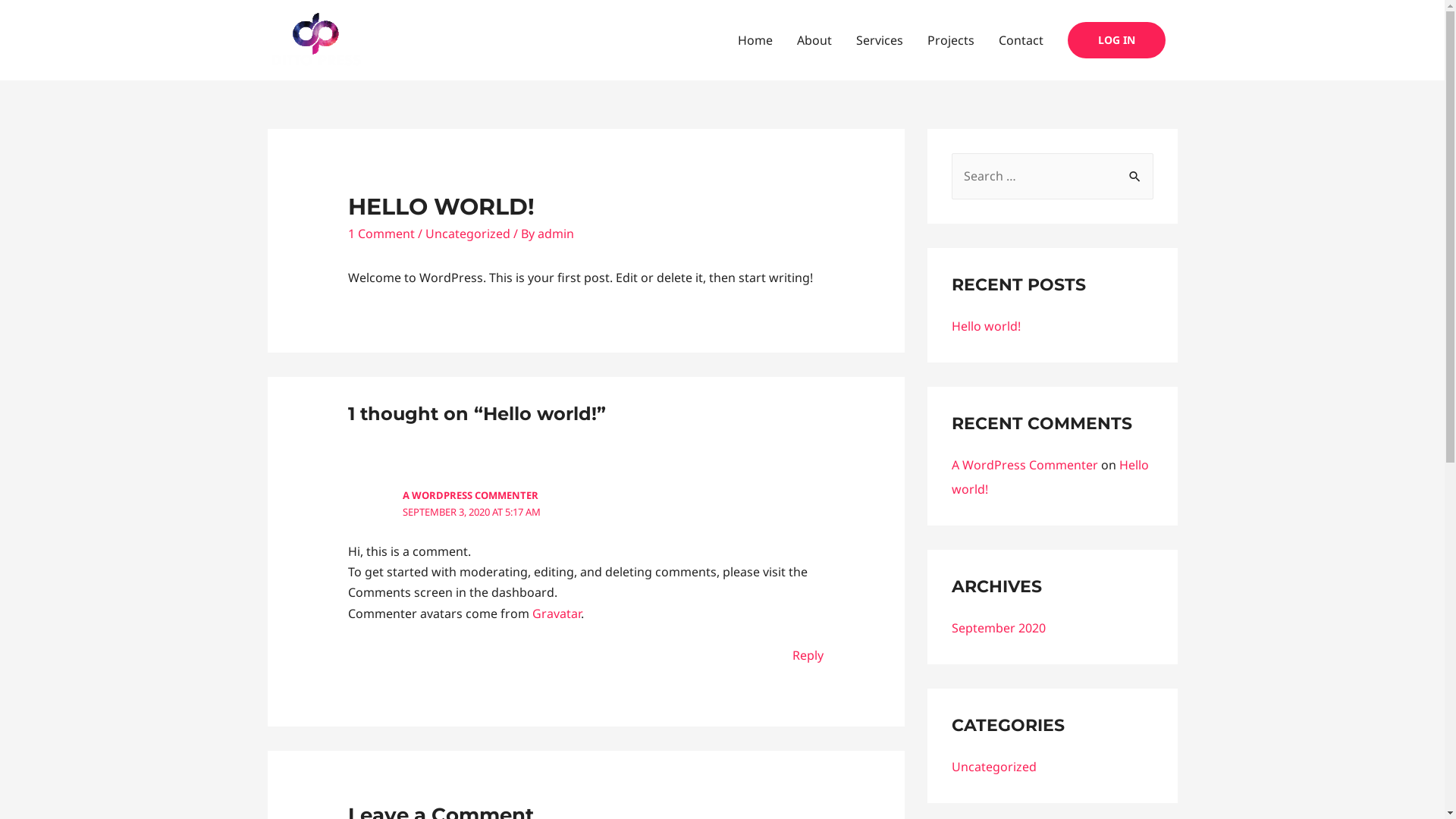 This screenshot has width=1456, height=819. What do you see at coordinates (1136, 169) in the screenshot?
I see `'Search'` at bounding box center [1136, 169].